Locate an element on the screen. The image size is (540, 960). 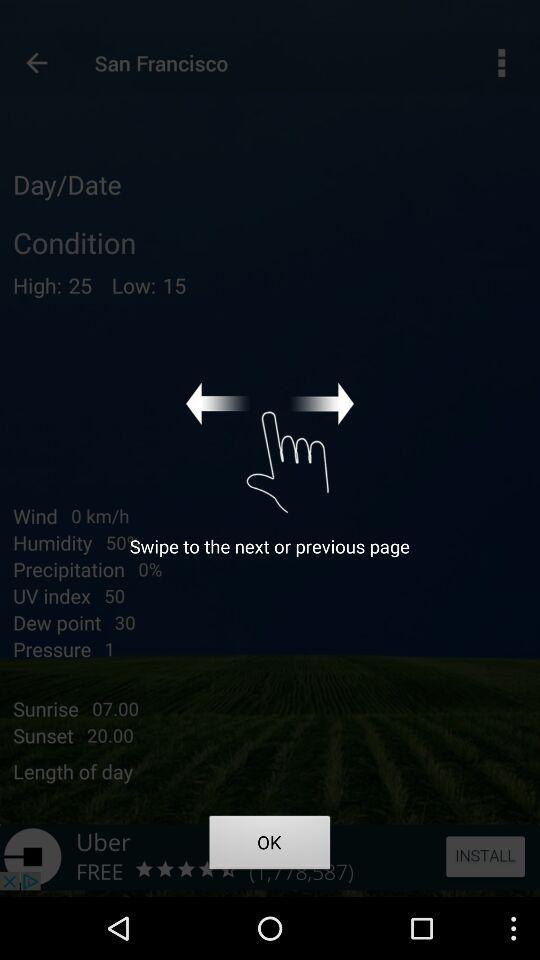
the ok item is located at coordinates (270, 844).